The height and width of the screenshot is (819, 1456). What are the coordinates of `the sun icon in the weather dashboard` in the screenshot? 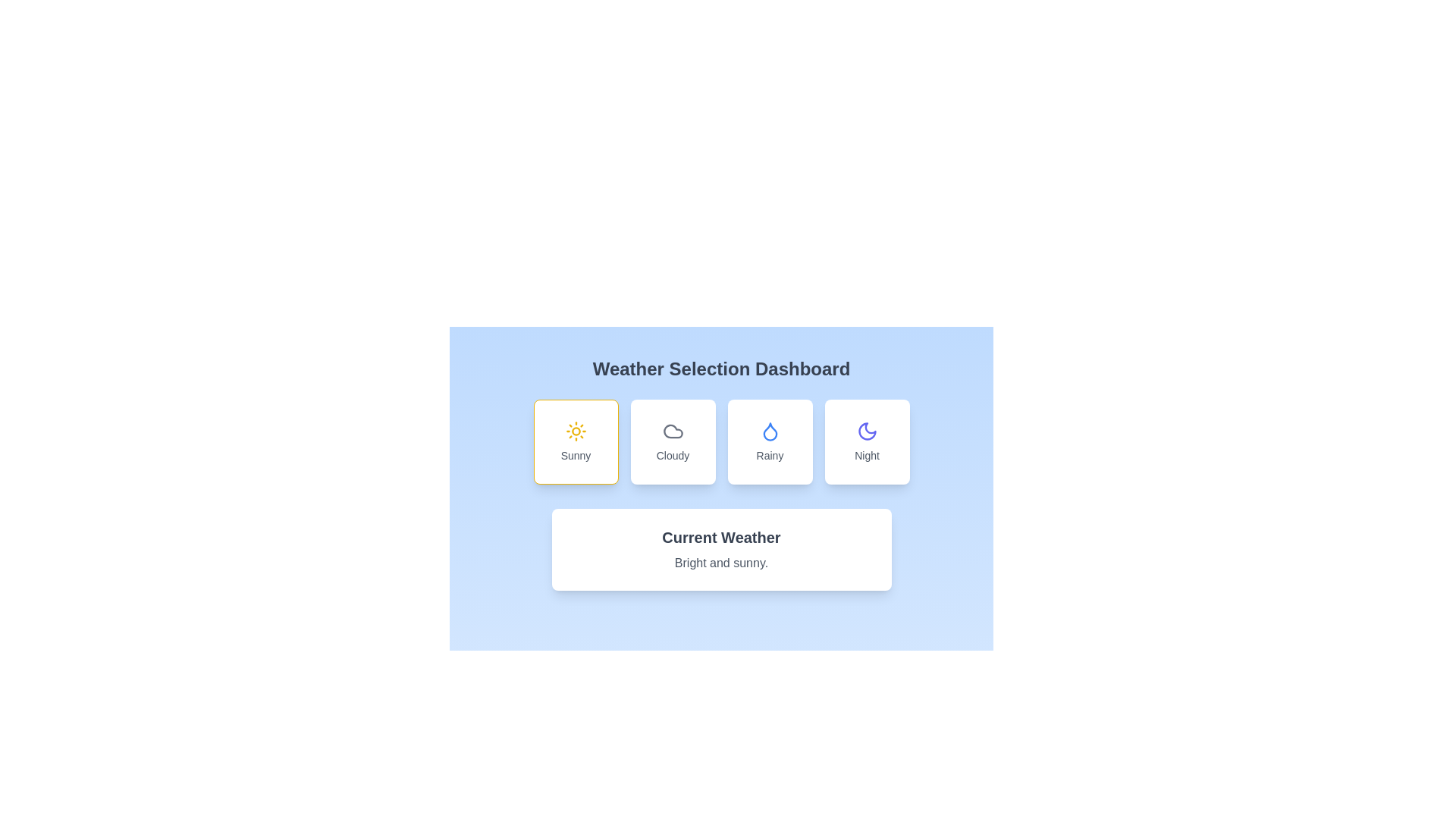 It's located at (575, 431).